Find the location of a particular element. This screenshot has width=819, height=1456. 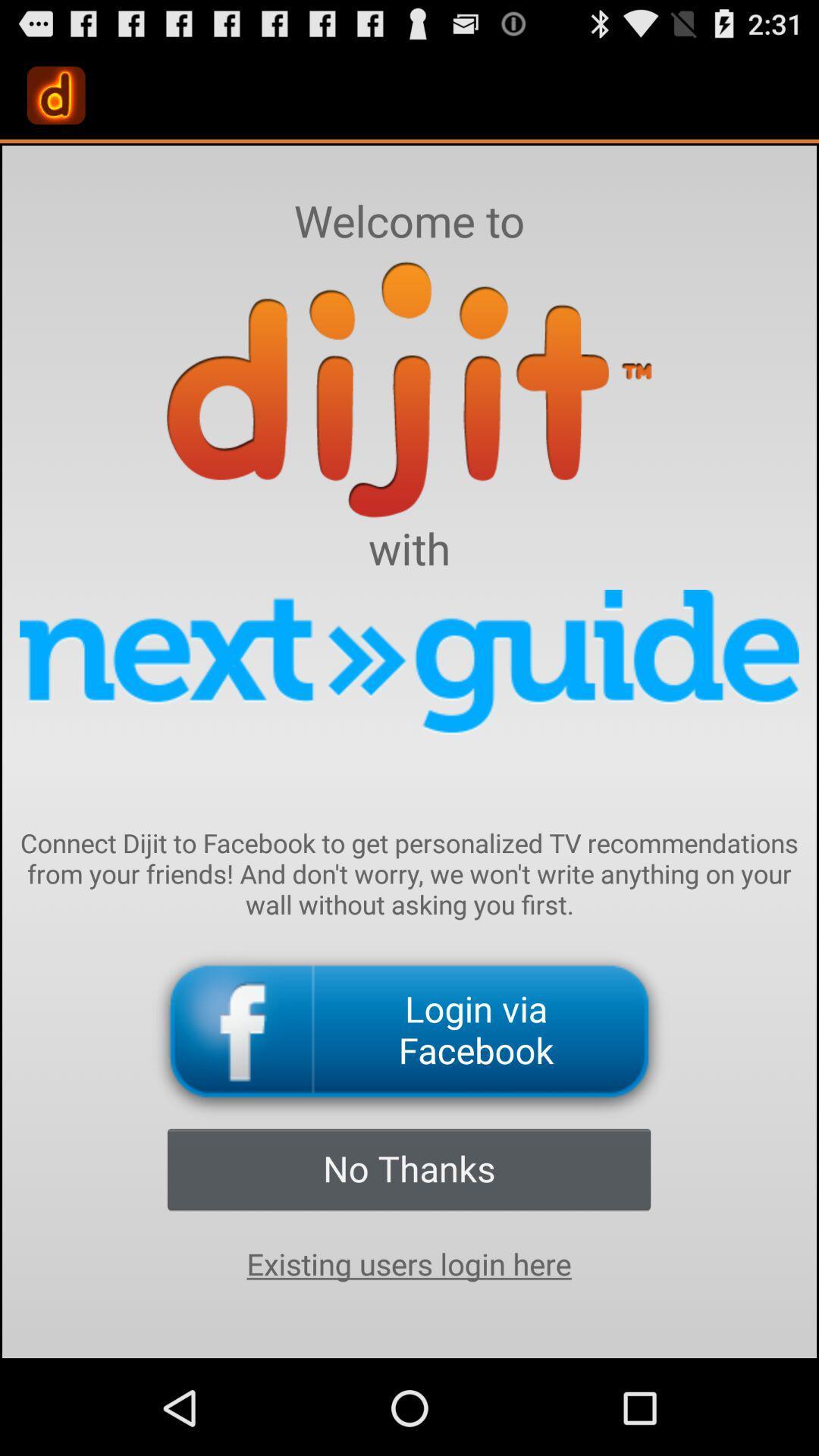

item above no thanks is located at coordinates (409, 1031).